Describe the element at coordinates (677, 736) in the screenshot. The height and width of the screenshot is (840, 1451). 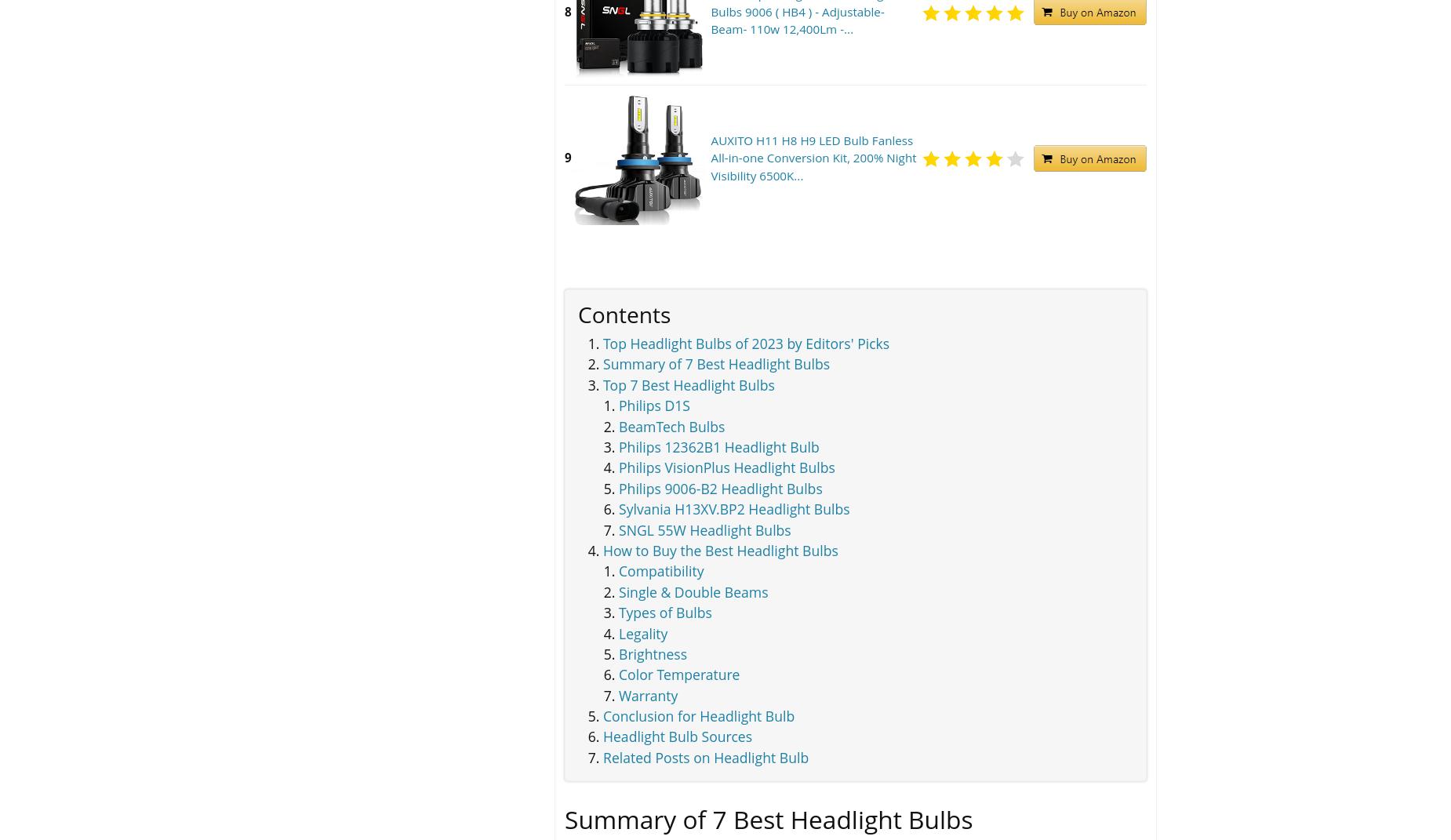
I see `'Headlight Bulb Sources'` at that location.